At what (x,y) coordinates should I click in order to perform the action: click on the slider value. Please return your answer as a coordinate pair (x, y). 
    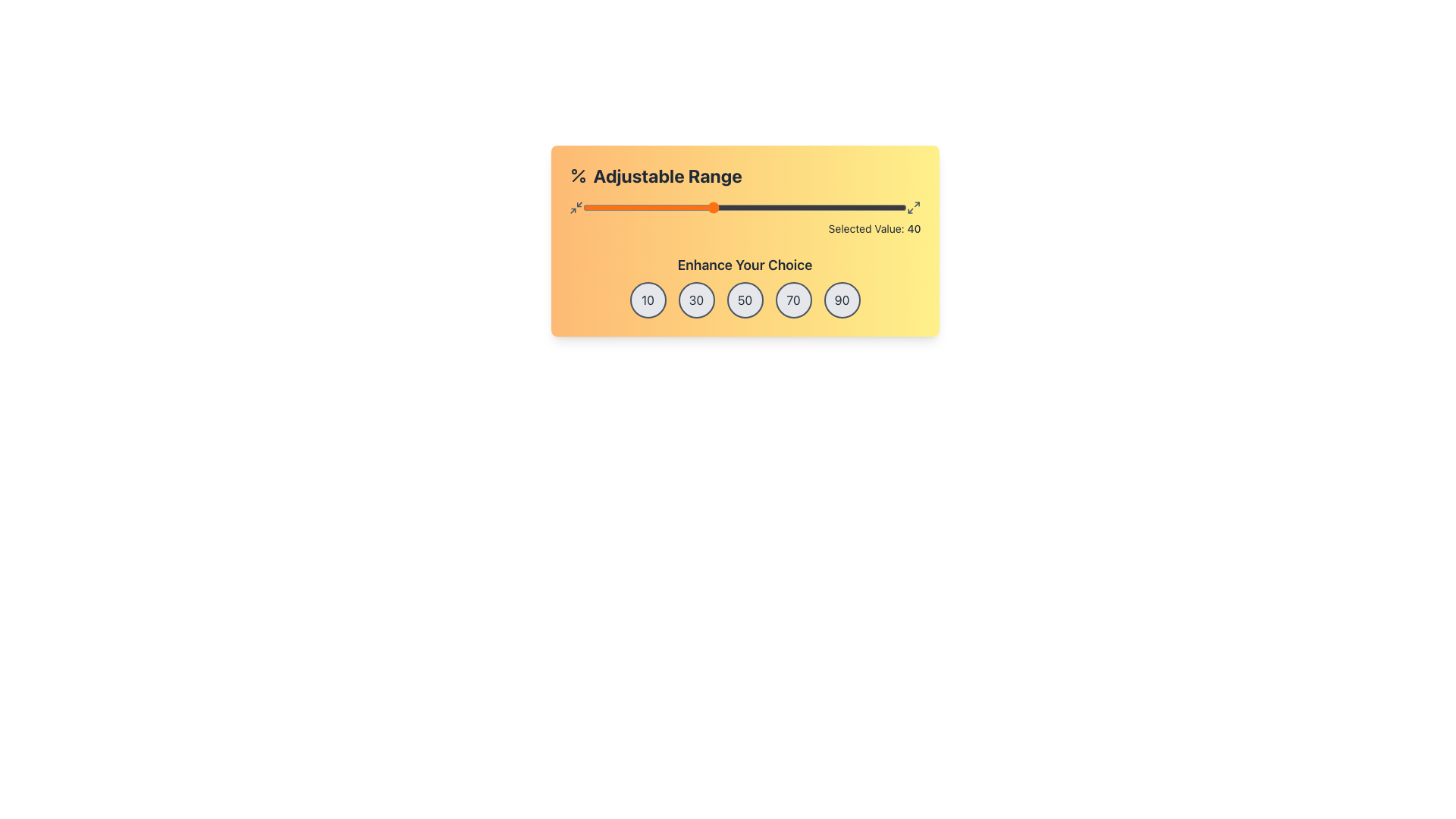
    Looking at the image, I should click on (739, 207).